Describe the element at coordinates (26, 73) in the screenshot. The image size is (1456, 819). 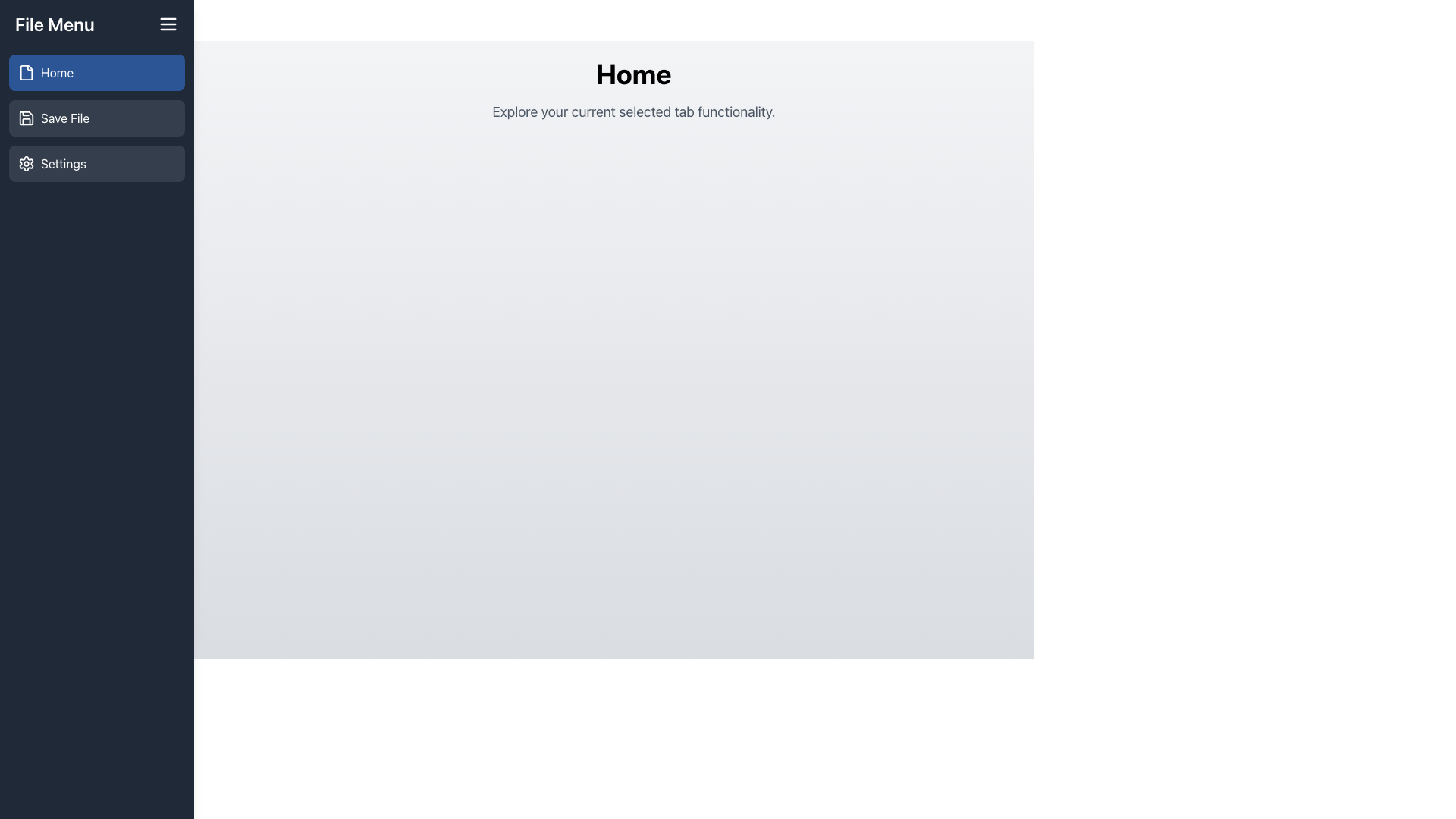
I see `the 'Home' icon located in the blue-colored menu button in the vertical navigation bar on the left, which is the first icon next to the text label 'Home'` at that location.